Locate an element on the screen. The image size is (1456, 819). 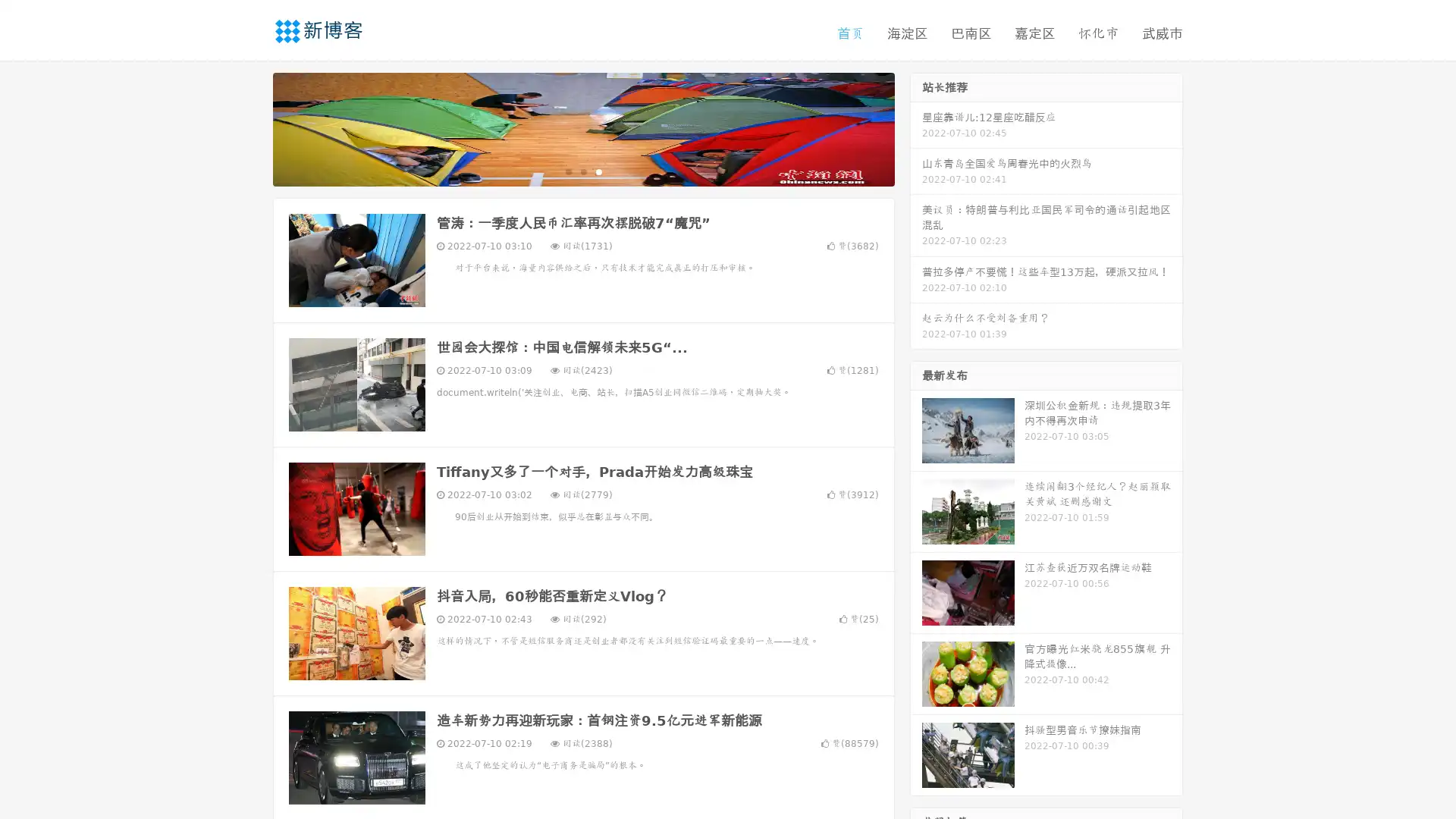
Go to slide 3 is located at coordinates (598, 171).